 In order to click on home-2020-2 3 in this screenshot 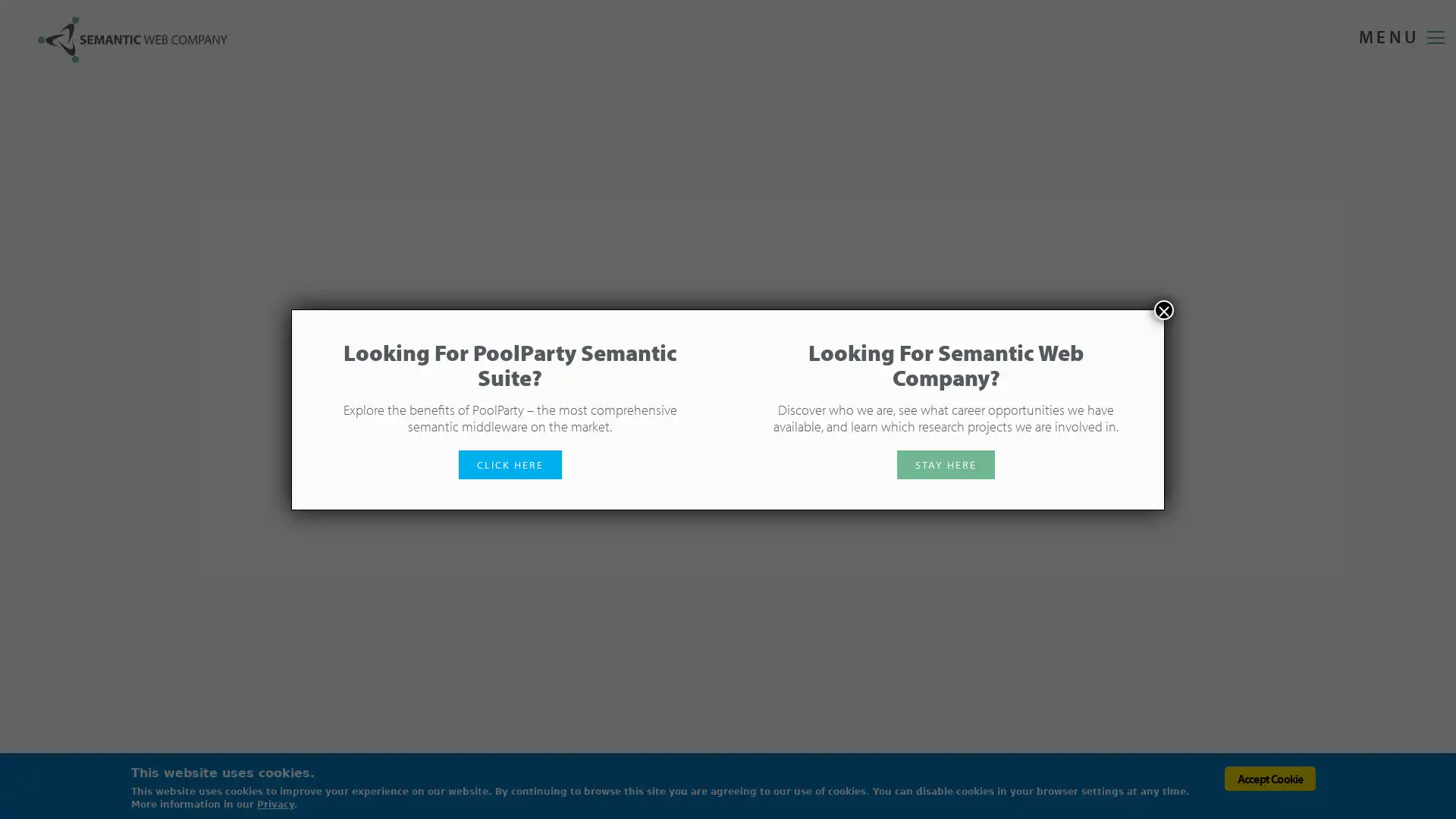, I will do `click(1410, 423)`.